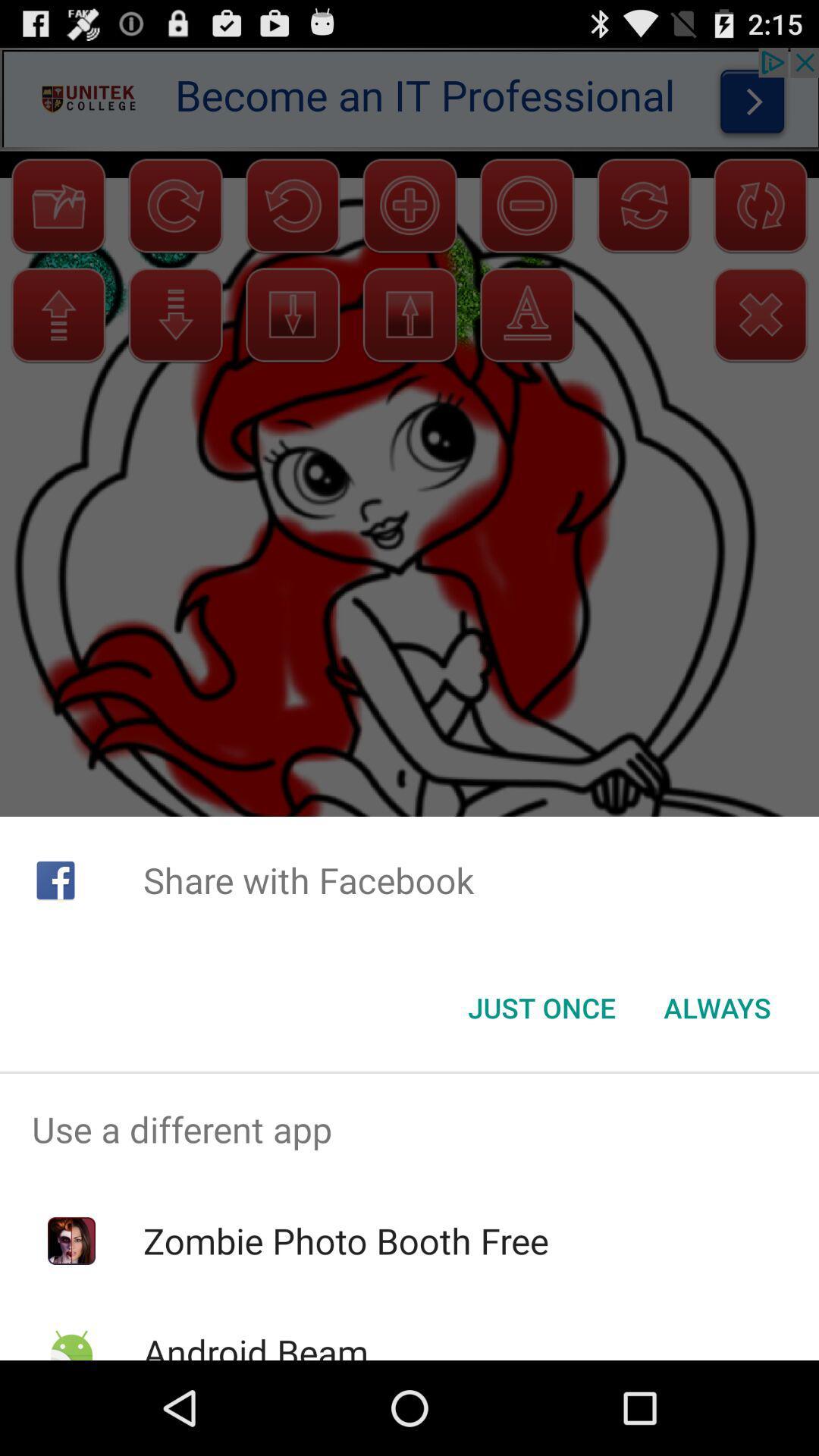 This screenshot has width=819, height=1456. Describe the element at coordinates (346, 1241) in the screenshot. I see `icon above android beam icon` at that location.